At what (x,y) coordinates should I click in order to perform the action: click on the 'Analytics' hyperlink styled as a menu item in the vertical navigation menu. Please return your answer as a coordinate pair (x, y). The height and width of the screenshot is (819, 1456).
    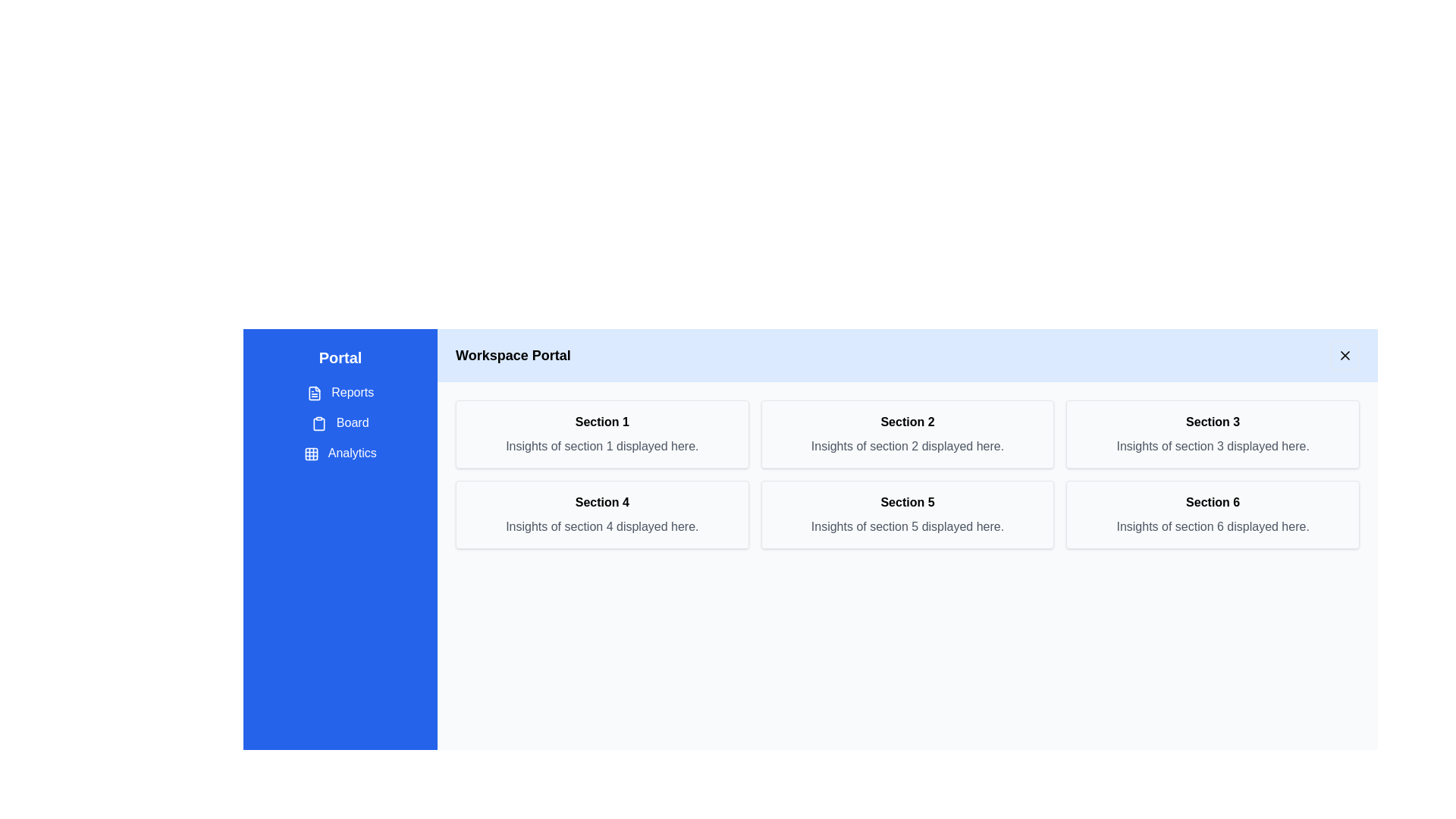
    Looking at the image, I should click on (340, 452).